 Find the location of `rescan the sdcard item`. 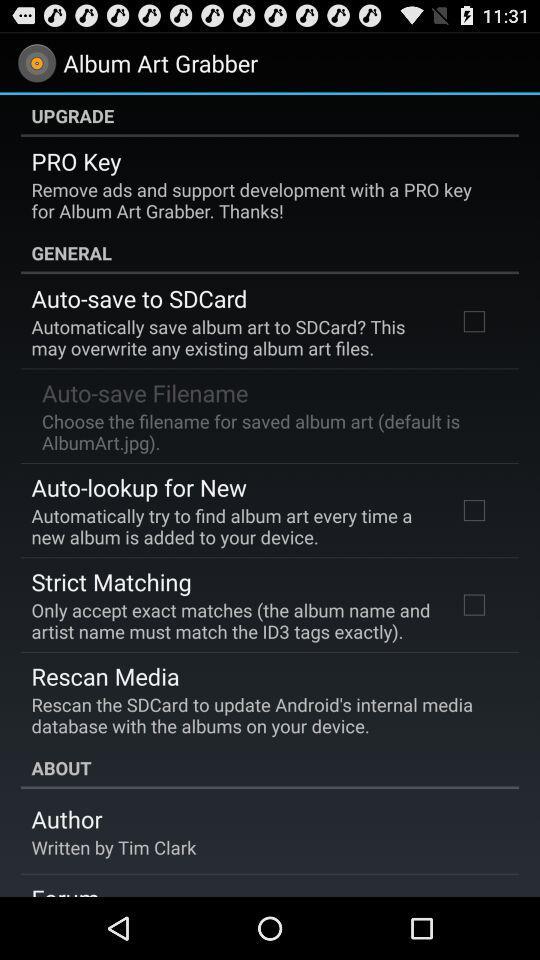

rescan the sdcard item is located at coordinates (263, 715).